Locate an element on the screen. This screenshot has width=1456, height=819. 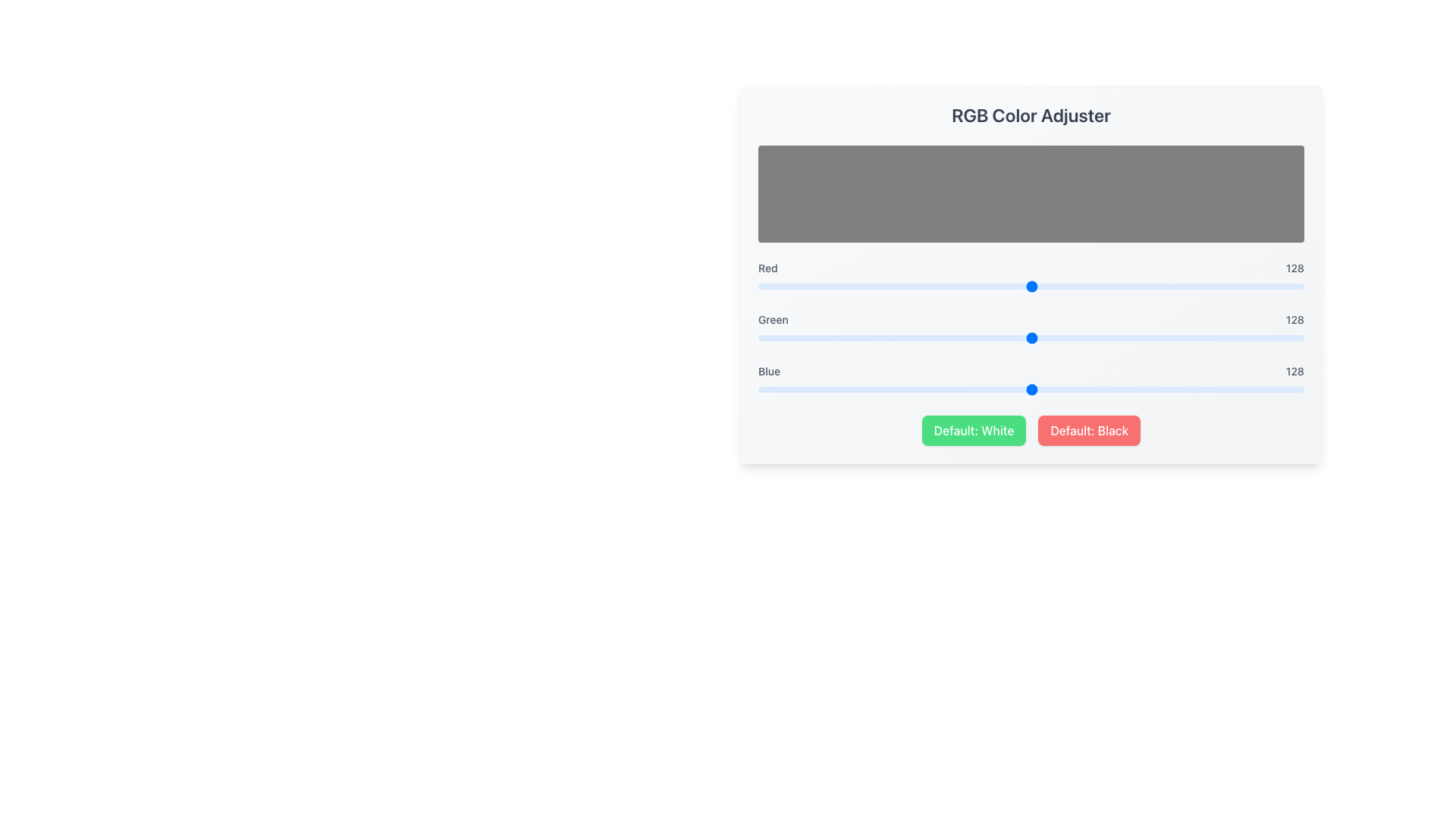
the Red value is located at coordinates (1214, 287).